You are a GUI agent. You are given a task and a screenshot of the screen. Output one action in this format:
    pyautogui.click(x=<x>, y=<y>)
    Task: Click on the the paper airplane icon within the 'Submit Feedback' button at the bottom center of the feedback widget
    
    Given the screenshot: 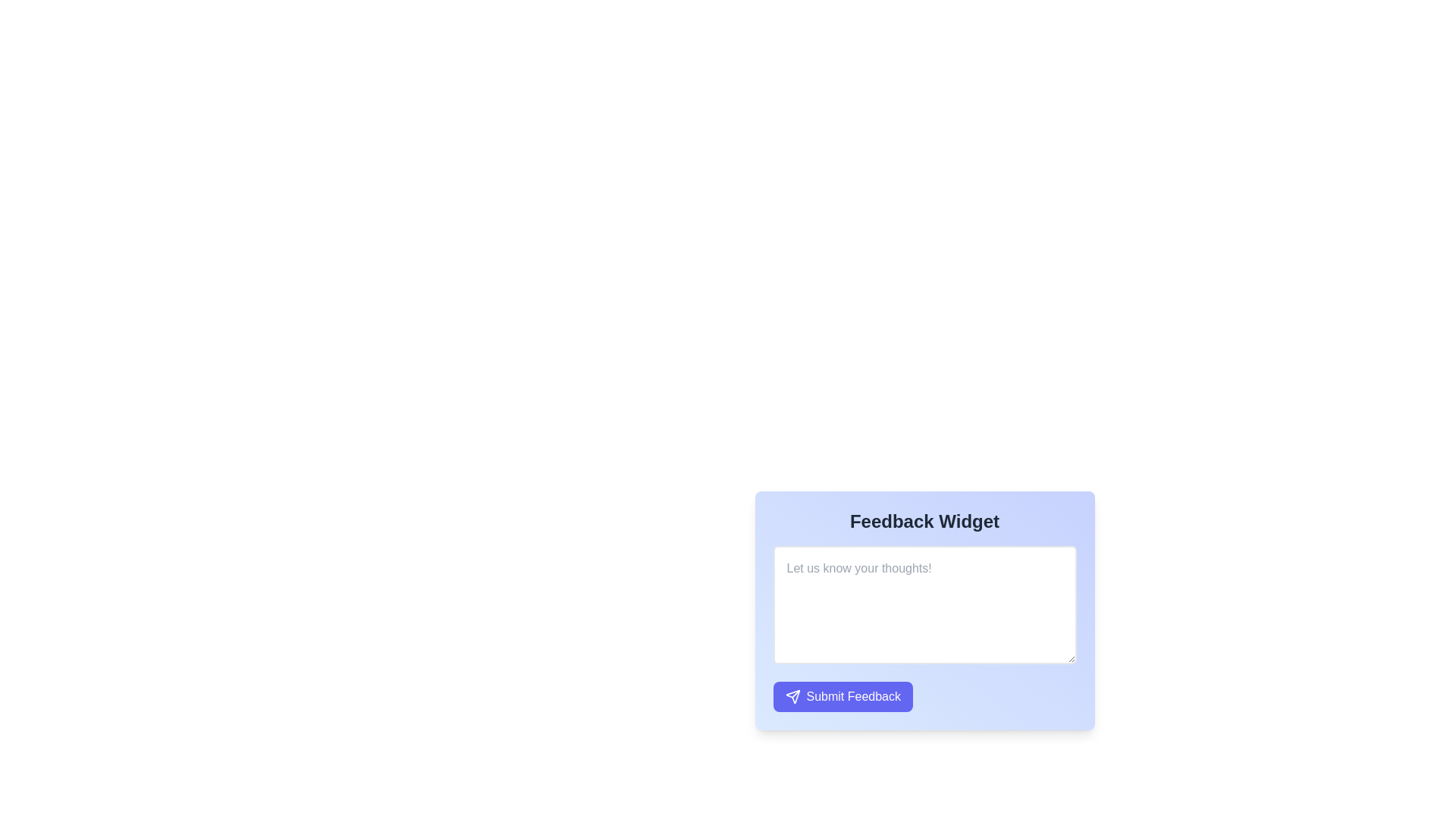 What is the action you would take?
    pyautogui.click(x=792, y=696)
    